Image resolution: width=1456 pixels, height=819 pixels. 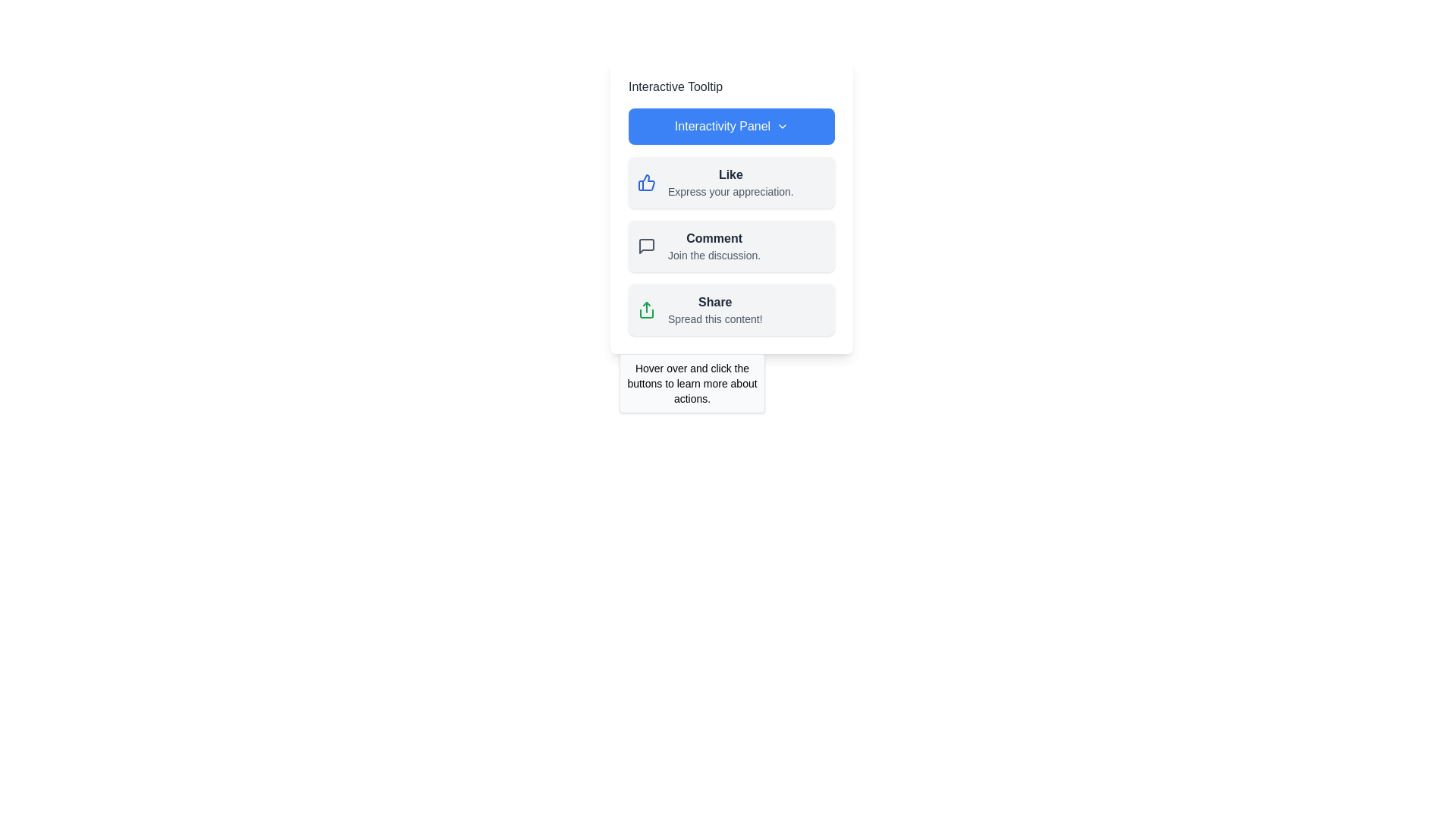 I want to click on the text label displaying 'Express your appreciation.' which is located below the 'Like' heading in the interactive tooltip menu, so click(x=730, y=191).